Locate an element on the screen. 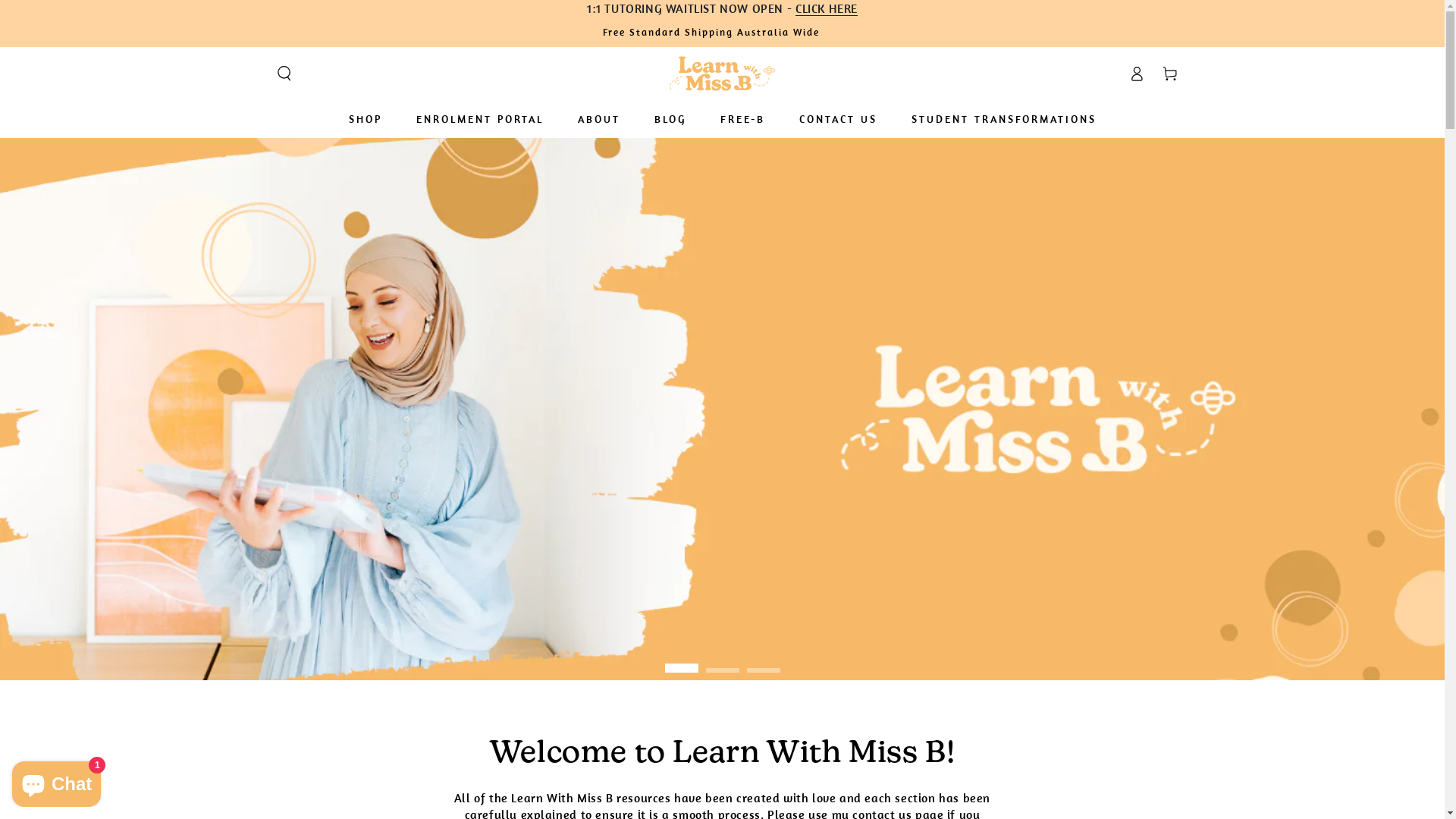 The height and width of the screenshot is (819, 1456). 'Log in' is located at coordinates (1135, 73).